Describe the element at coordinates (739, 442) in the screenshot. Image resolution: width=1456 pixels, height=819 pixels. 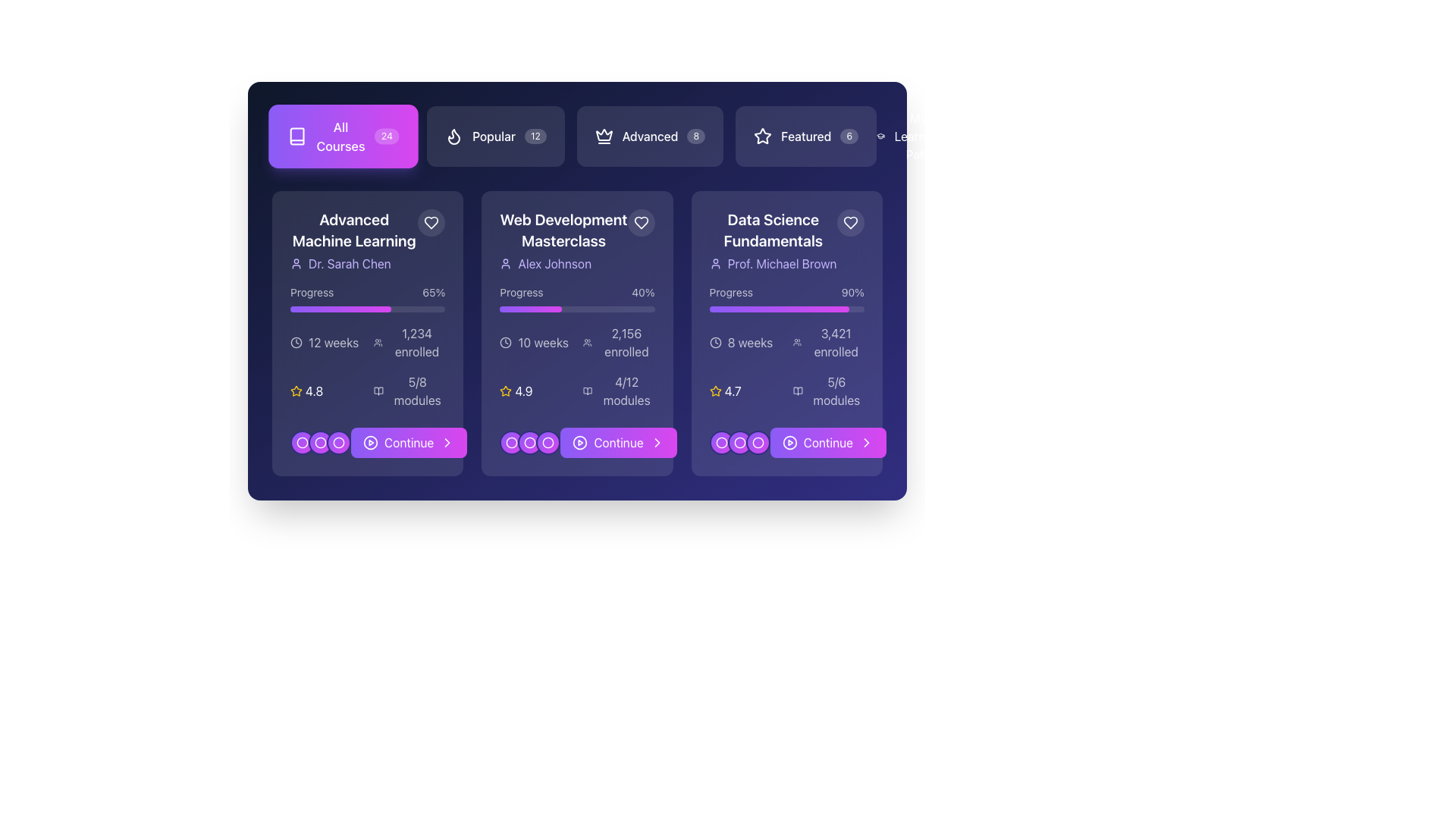
I see `the second circular gradient indicator component, which has a violet to fuchsia gradient and an indigo border` at that location.